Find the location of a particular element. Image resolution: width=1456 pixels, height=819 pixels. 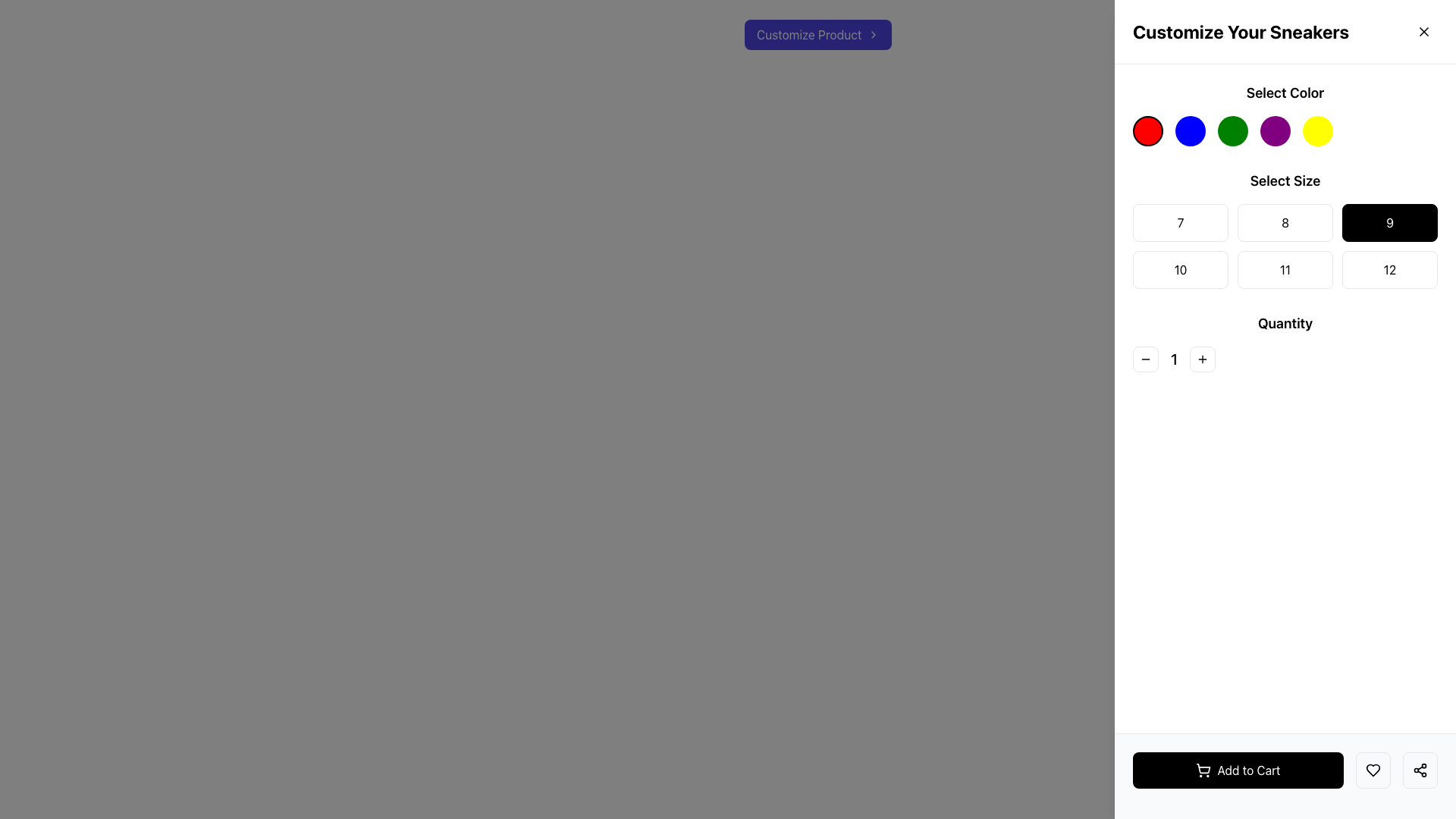

the color swatch in the color swatch selector located beneath the 'Select Color' label is located at coordinates (1284, 113).